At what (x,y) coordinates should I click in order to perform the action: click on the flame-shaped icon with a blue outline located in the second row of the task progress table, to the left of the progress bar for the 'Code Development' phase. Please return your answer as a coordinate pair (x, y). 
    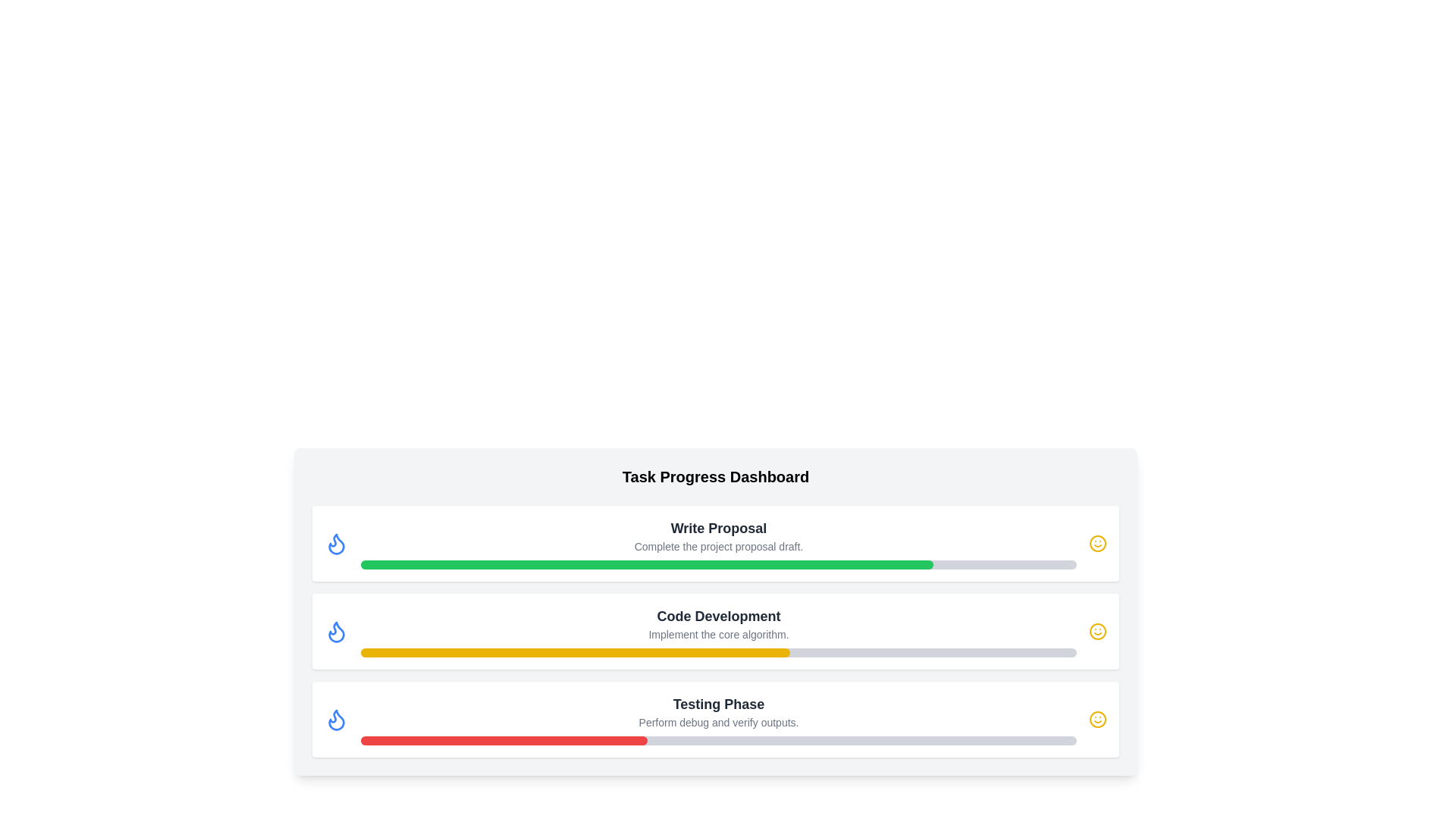
    Looking at the image, I should click on (336, 632).